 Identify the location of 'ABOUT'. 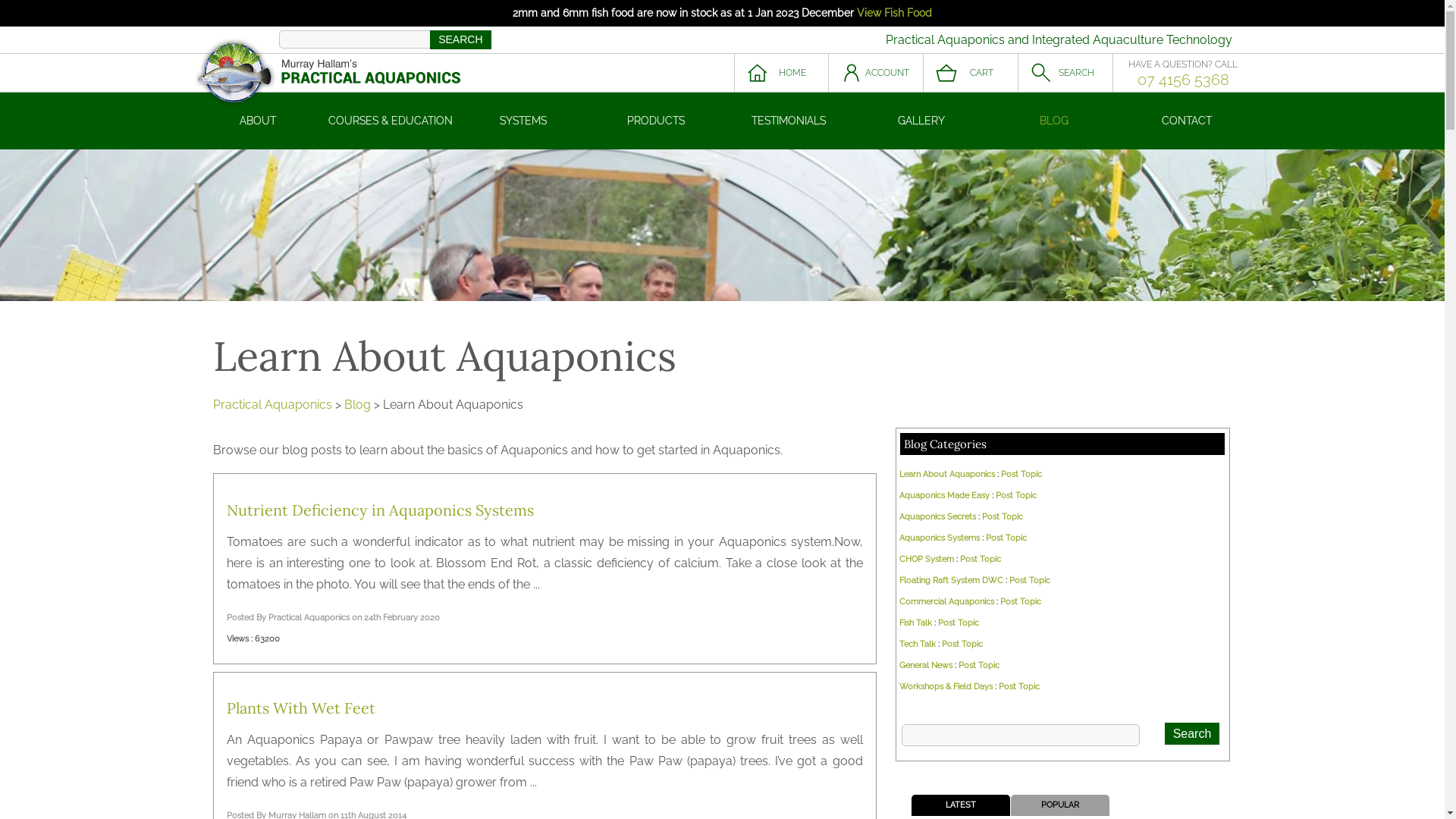
(257, 120).